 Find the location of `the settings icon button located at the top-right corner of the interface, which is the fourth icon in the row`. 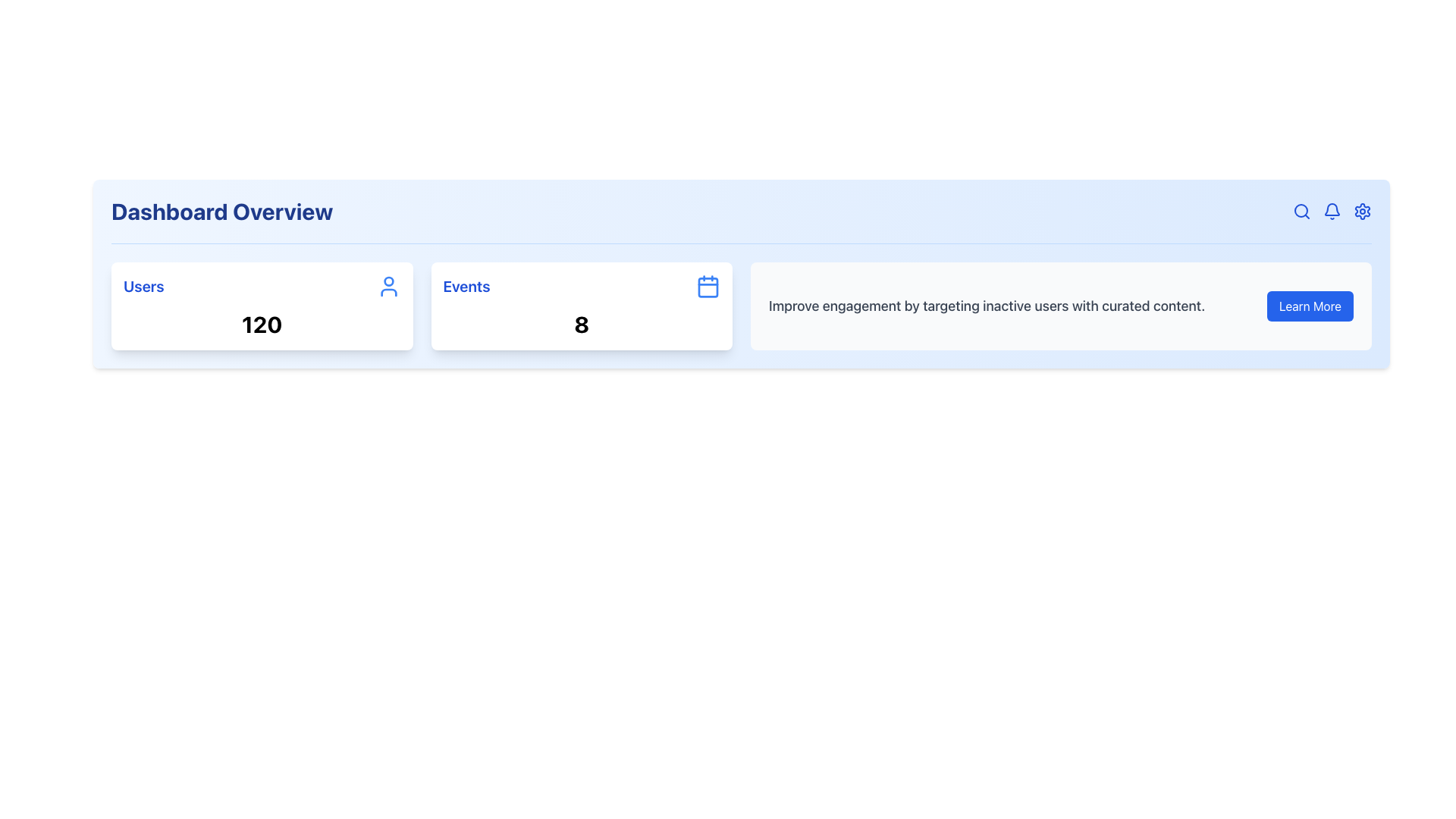

the settings icon button located at the top-right corner of the interface, which is the fourth icon in the row is located at coordinates (1362, 211).